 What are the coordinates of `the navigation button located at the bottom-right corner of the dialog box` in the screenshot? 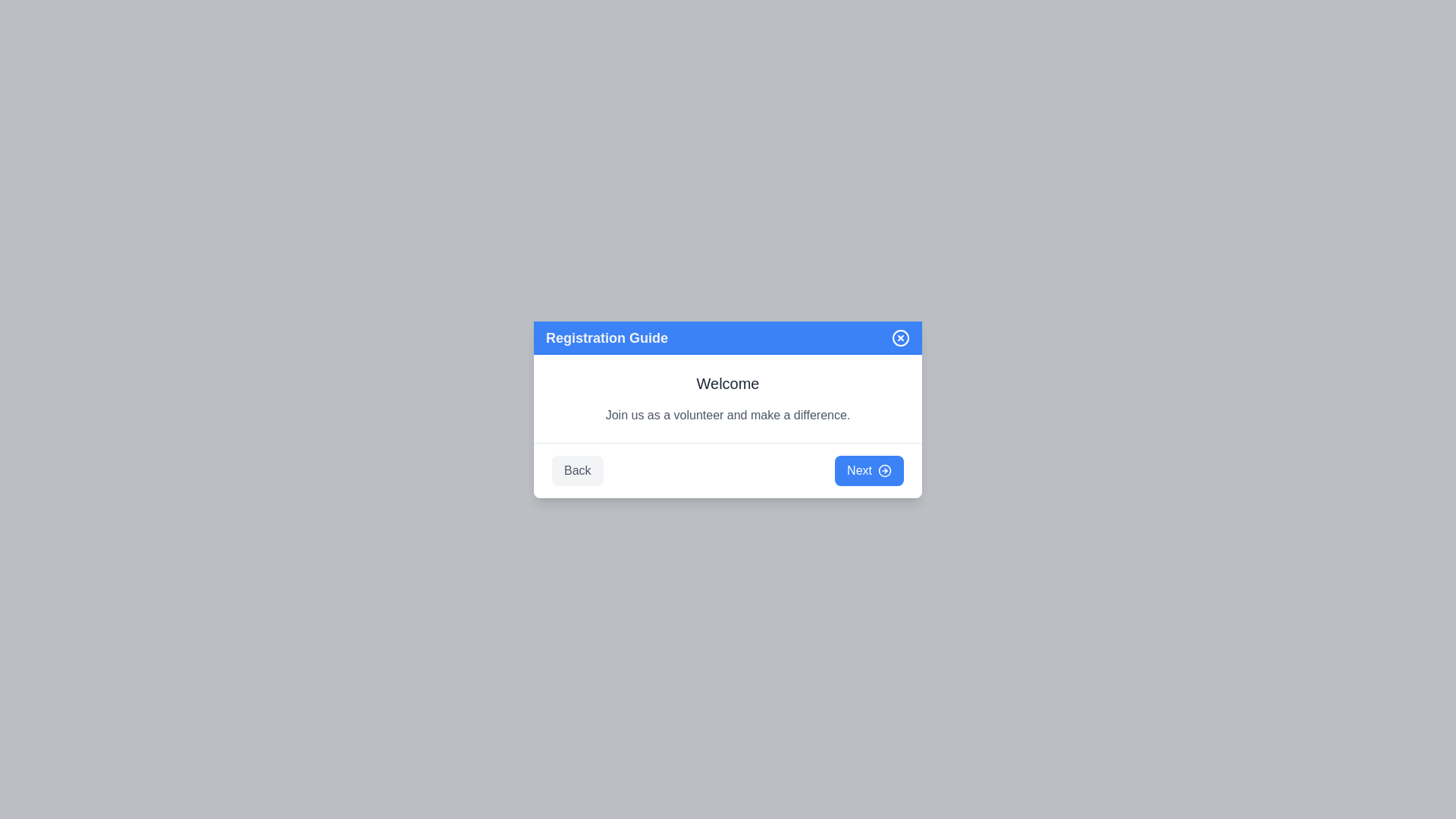 It's located at (869, 469).